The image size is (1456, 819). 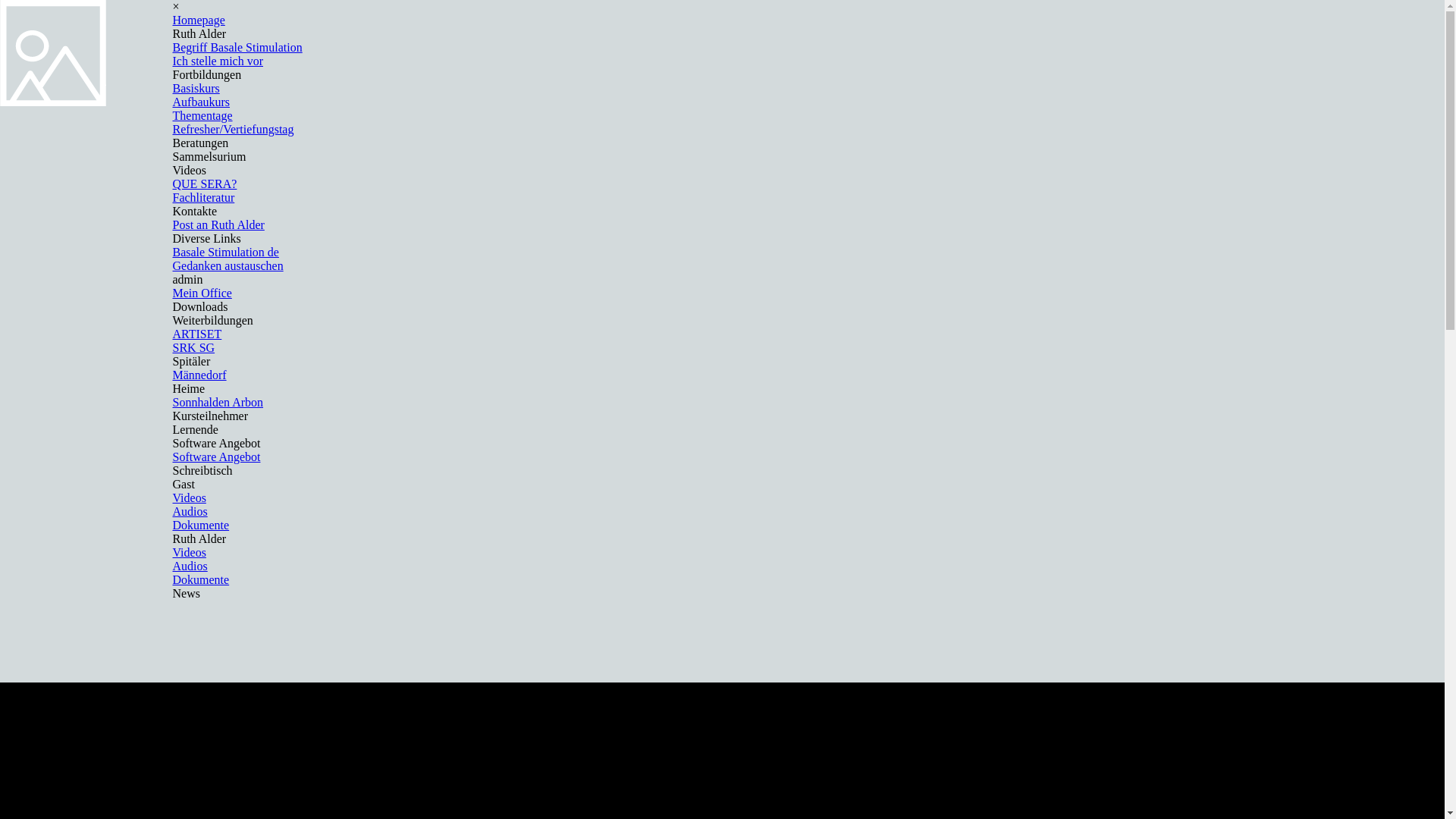 What do you see at coordinates (172, 115) in the screenshot?
I see `'Thementage'` at bounding box center [172, 115].